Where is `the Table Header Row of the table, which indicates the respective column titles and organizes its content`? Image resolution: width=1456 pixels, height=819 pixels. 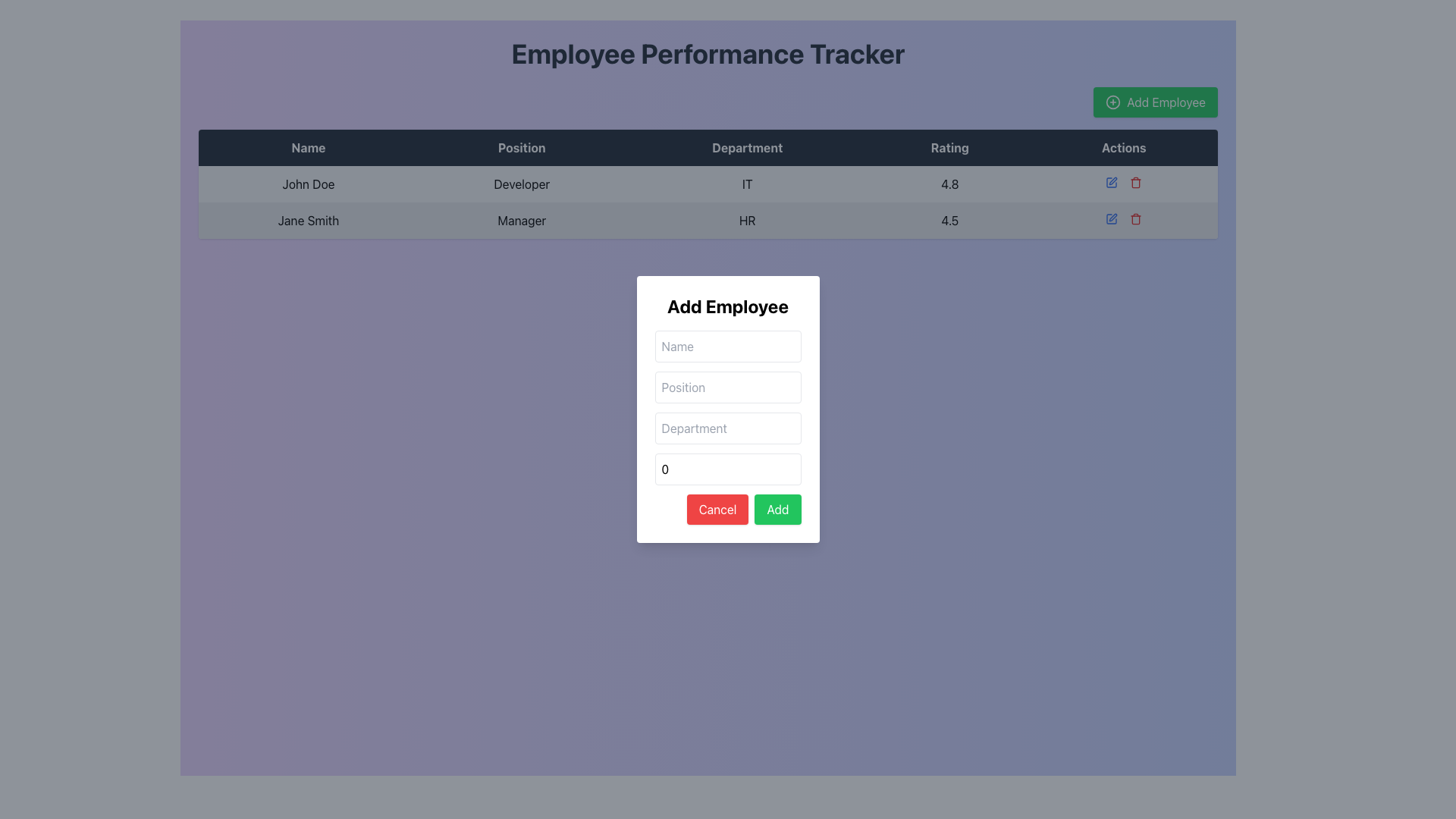 the Table Header Row of the table, which indicates the respective column titles and organizes its content is located at coordinates (708, 148).